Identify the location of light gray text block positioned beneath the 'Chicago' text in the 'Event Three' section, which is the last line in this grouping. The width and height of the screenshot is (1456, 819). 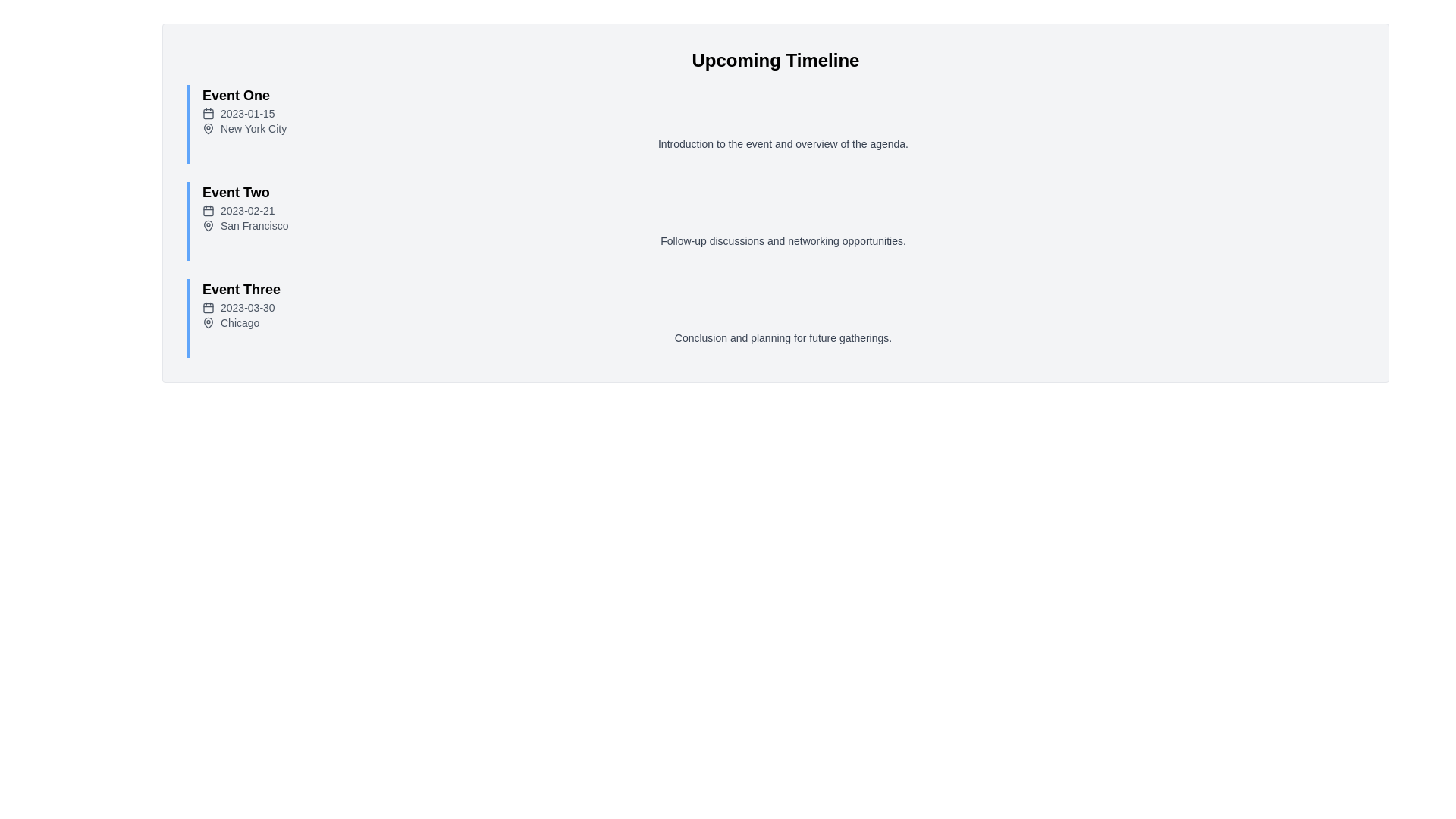
(783, 337).